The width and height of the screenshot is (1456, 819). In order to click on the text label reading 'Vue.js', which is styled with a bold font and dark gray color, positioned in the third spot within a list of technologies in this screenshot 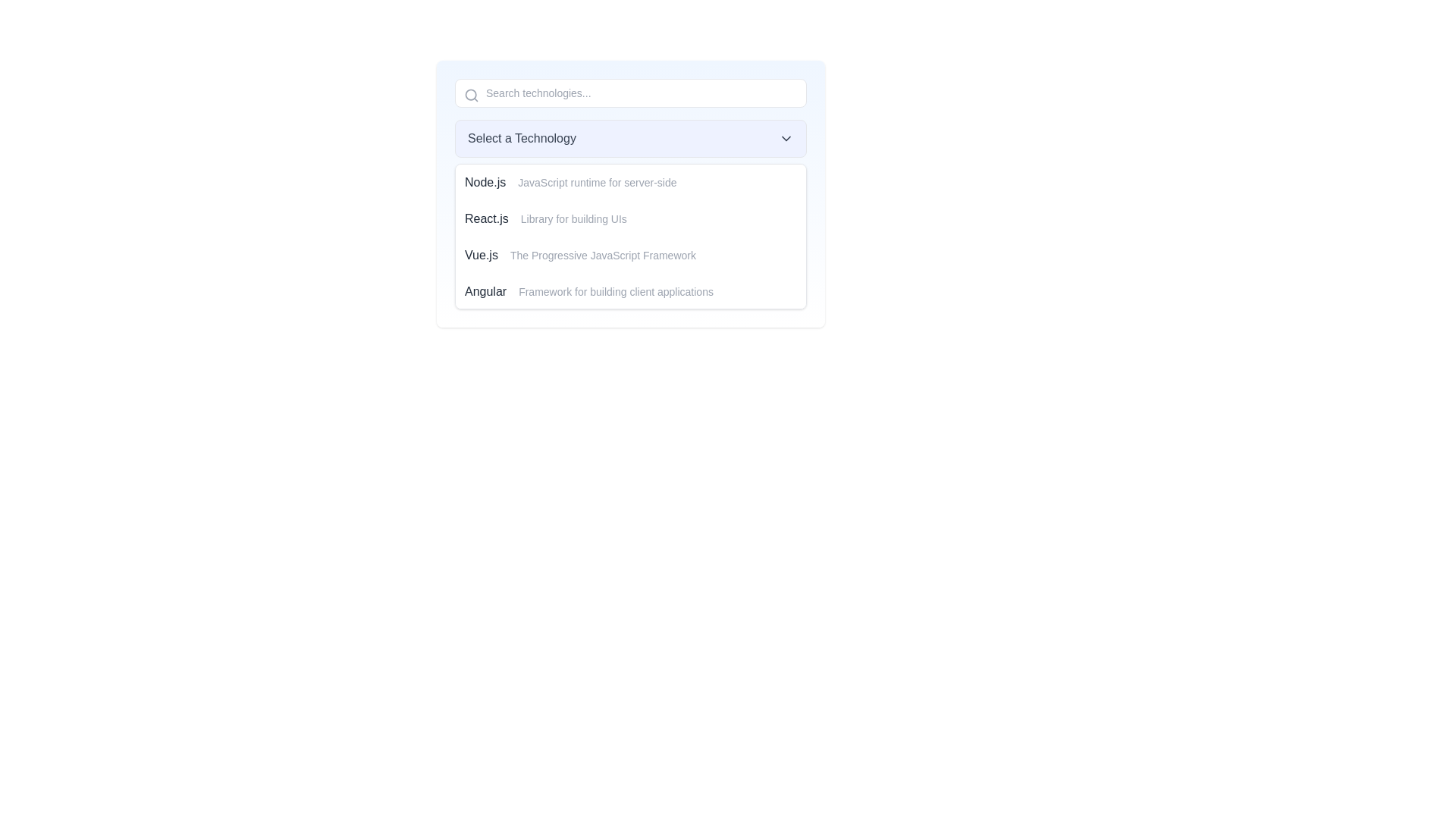, I will do `click(480, 254)`.